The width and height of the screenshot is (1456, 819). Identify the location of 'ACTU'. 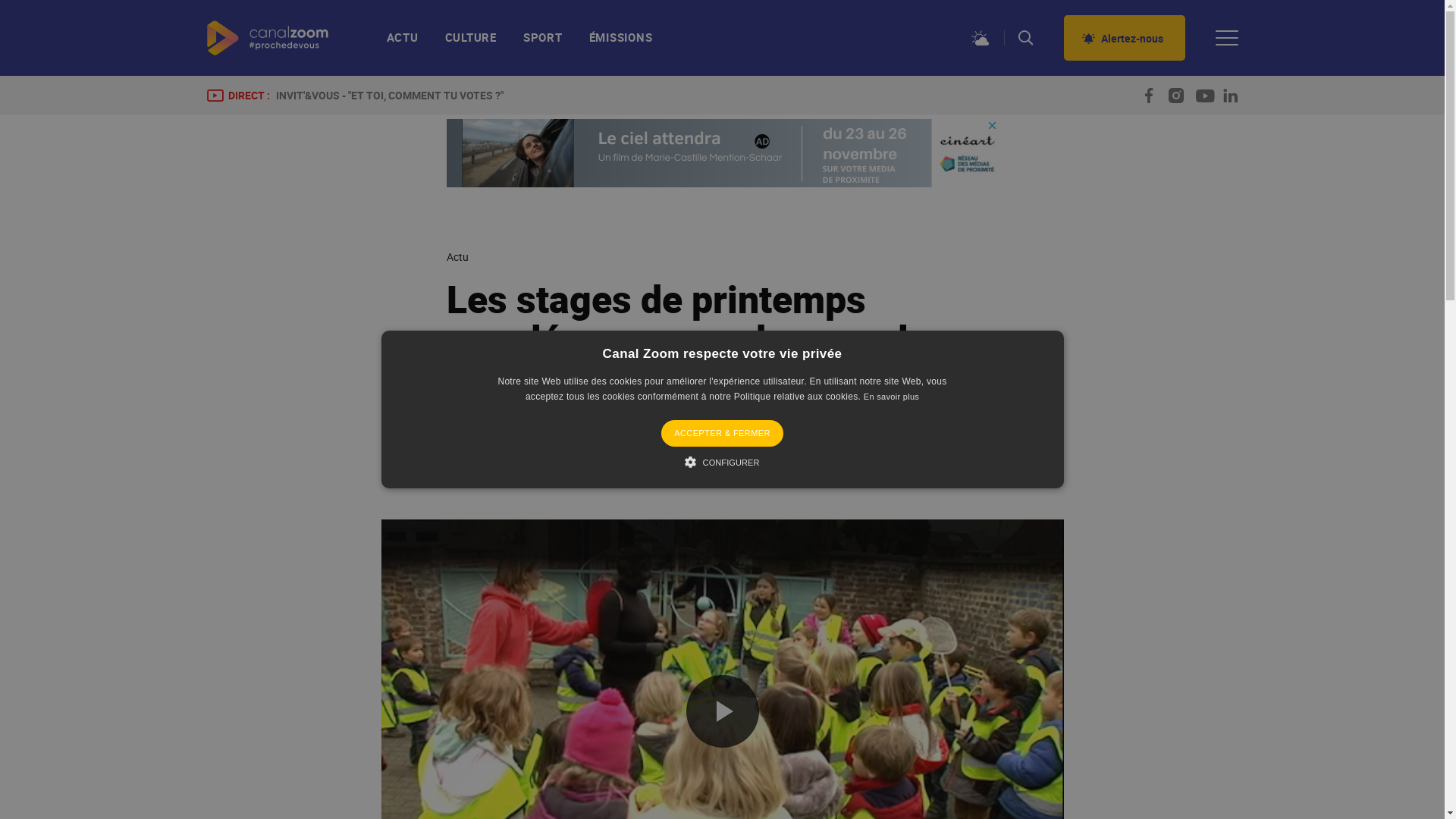
(409, 42).